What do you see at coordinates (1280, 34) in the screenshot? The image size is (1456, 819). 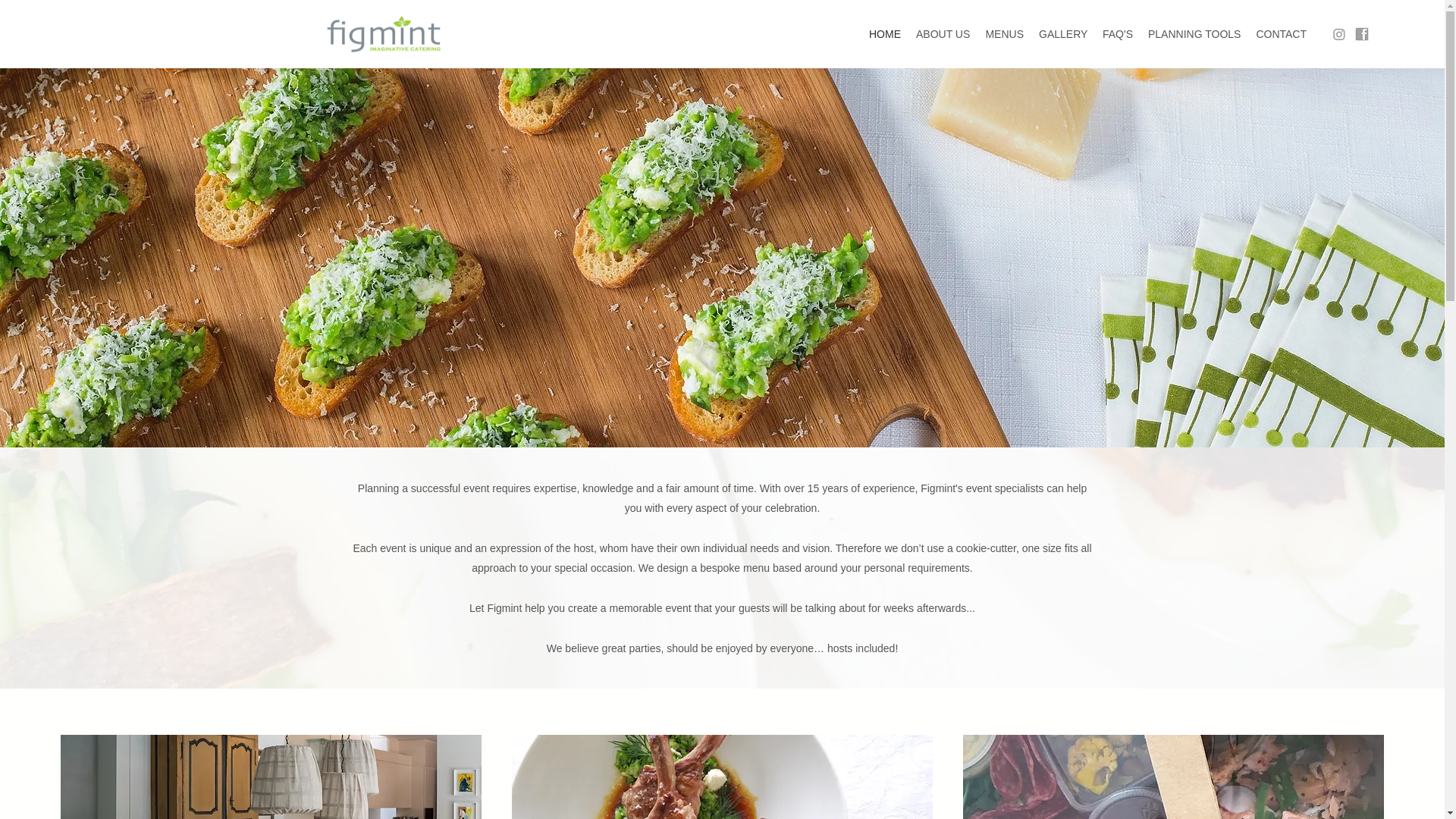 I see `'CONTACT'` at bounding box center [1280, 34].